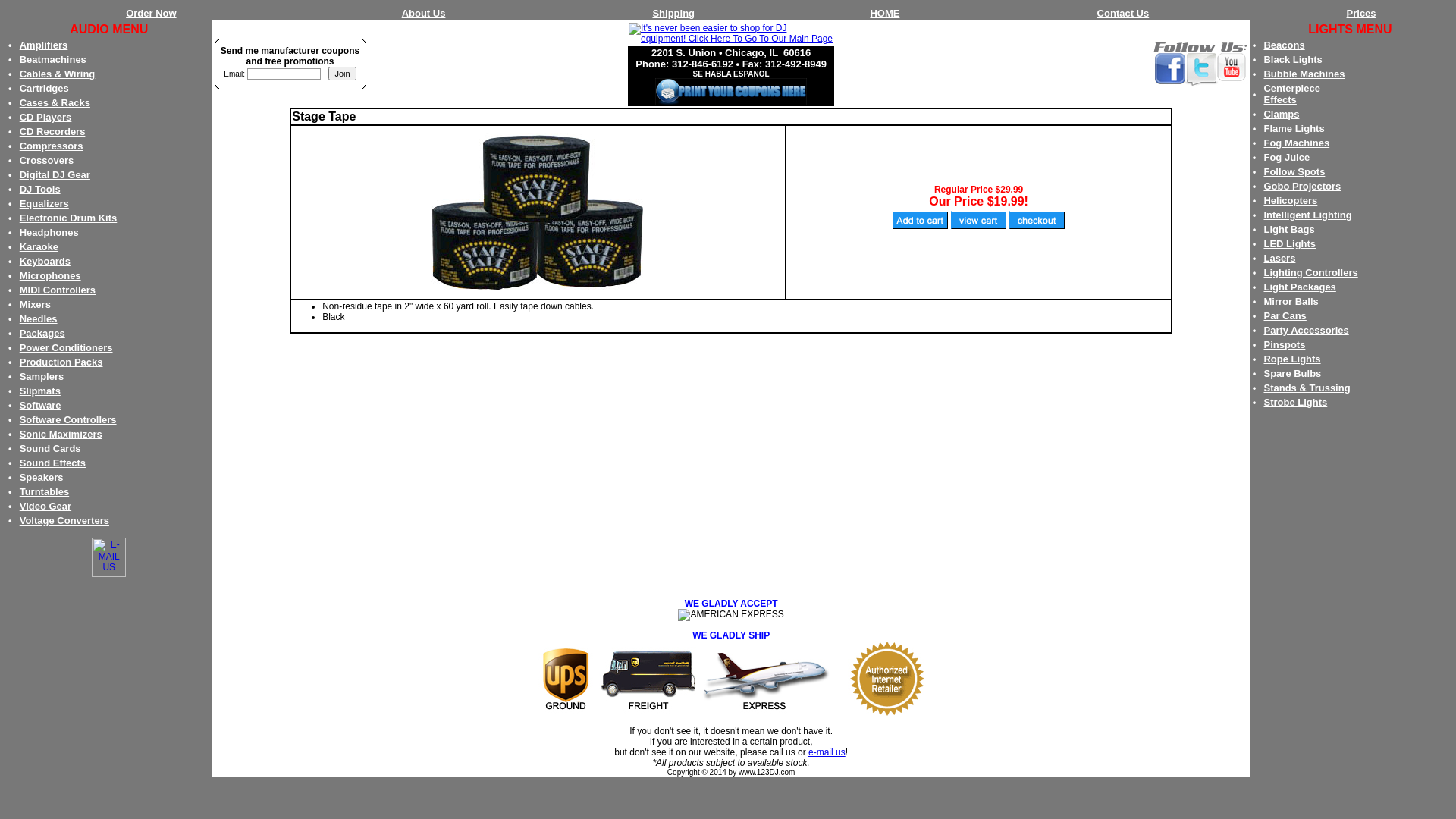  Describe the element at coordinates (1263, 271) in the screenshot. I see `'Lighting Controllers'` at that location.